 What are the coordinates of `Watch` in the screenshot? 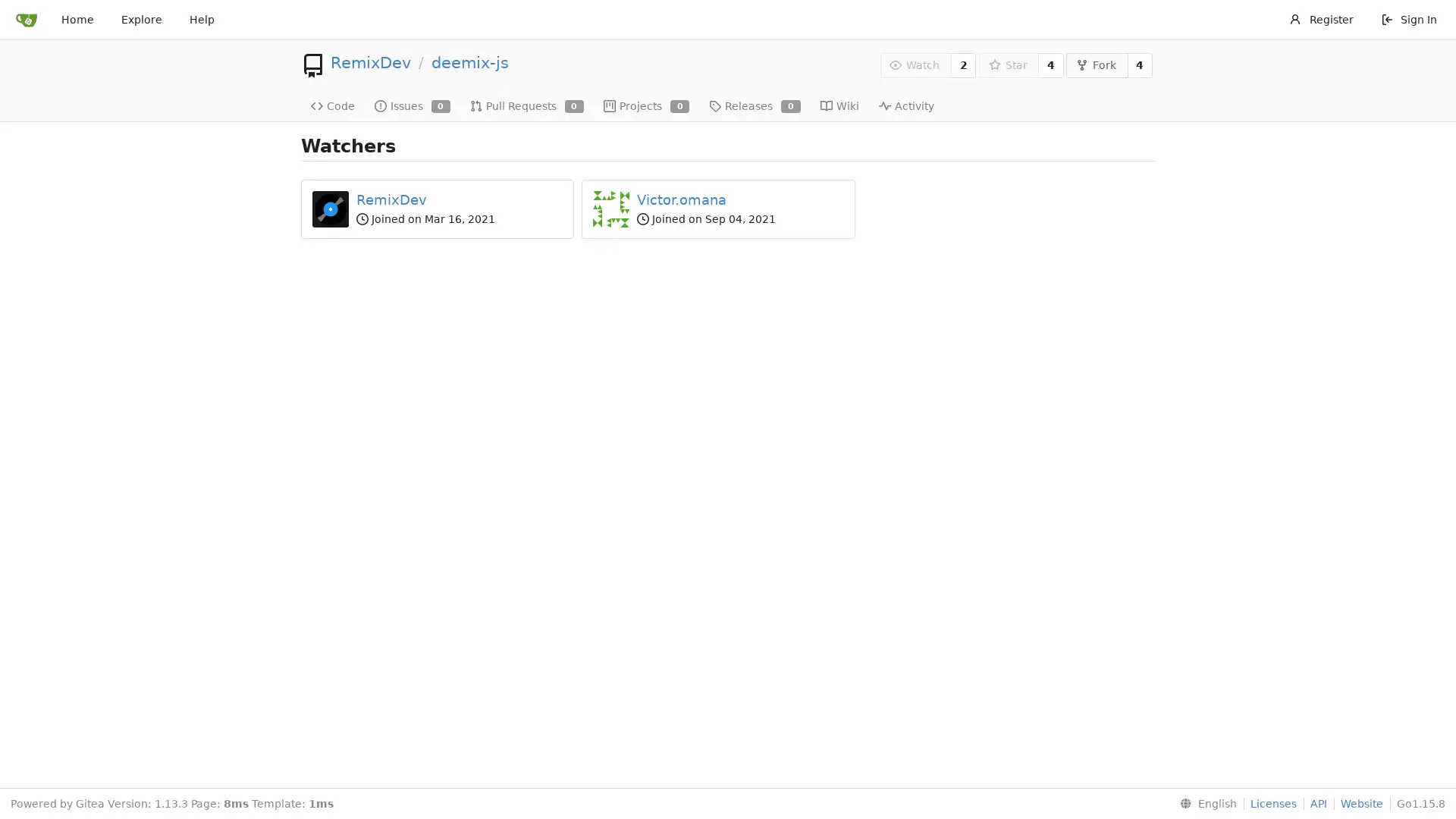 It's located at (915, 64).